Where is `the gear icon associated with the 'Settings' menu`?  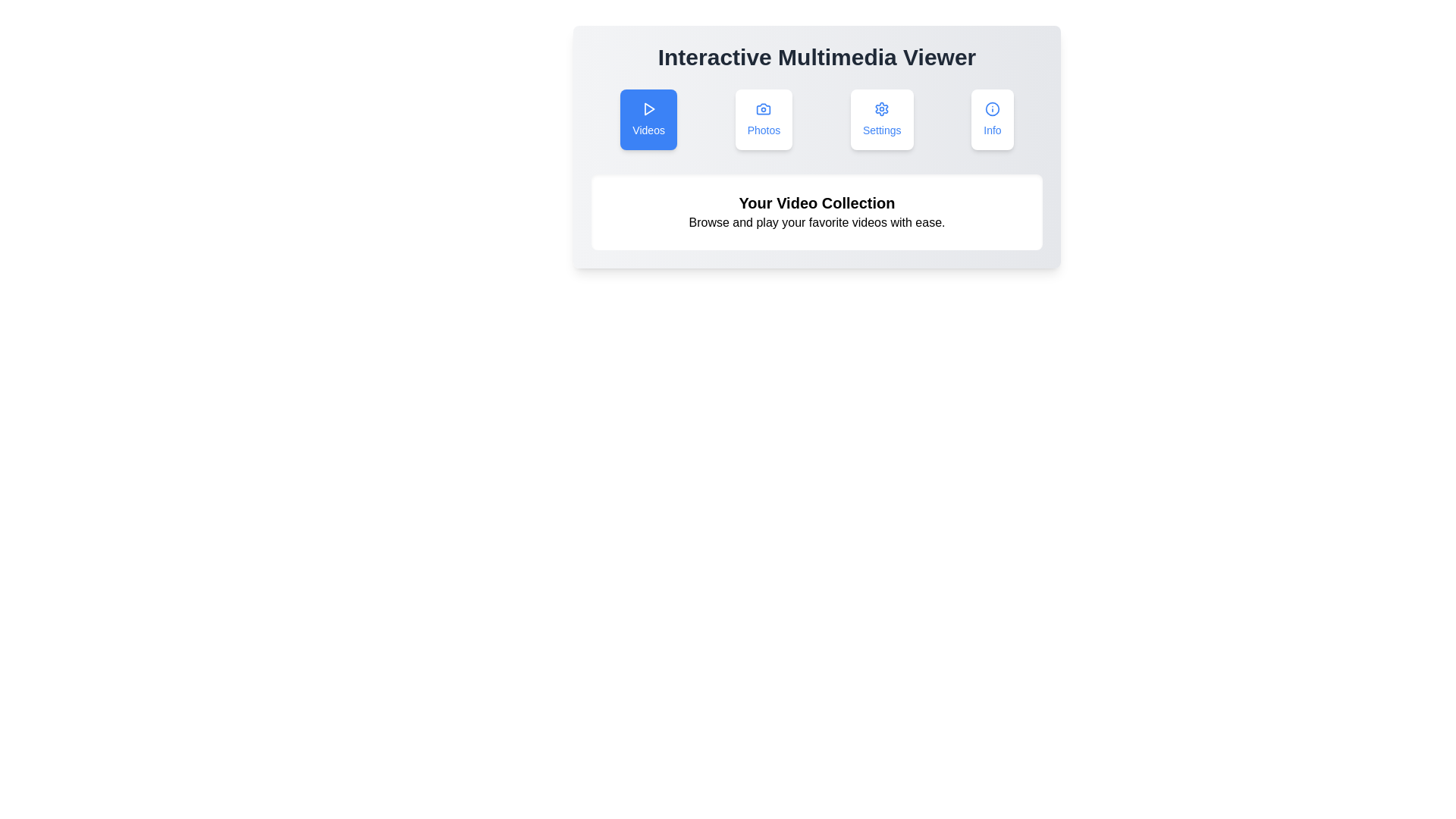 the gear icon associated with the 'Settings' menu is located at coordinates (882, 108).